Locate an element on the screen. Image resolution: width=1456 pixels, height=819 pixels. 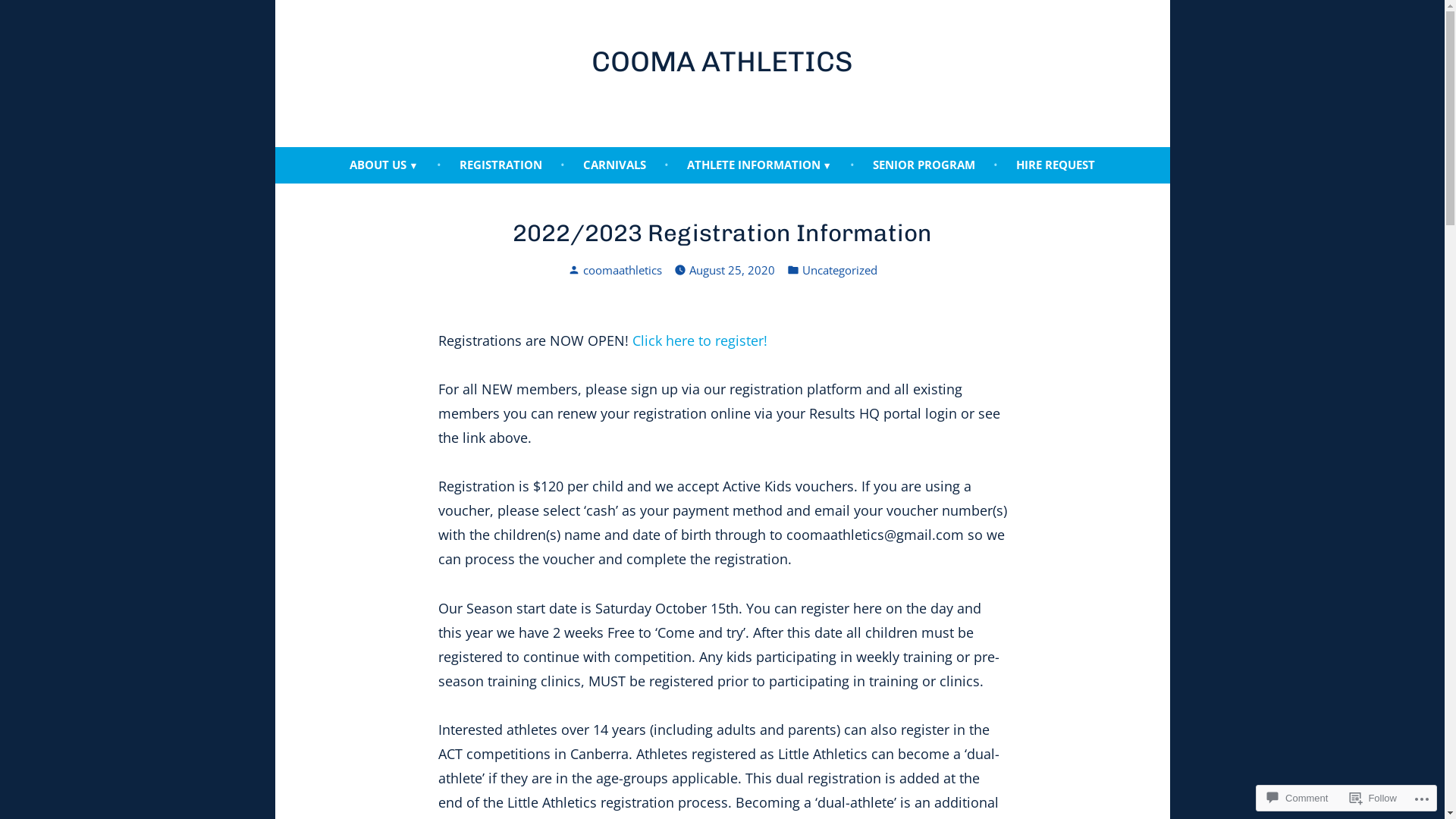
'ABOUT US' is located at coordinates (383, 165).